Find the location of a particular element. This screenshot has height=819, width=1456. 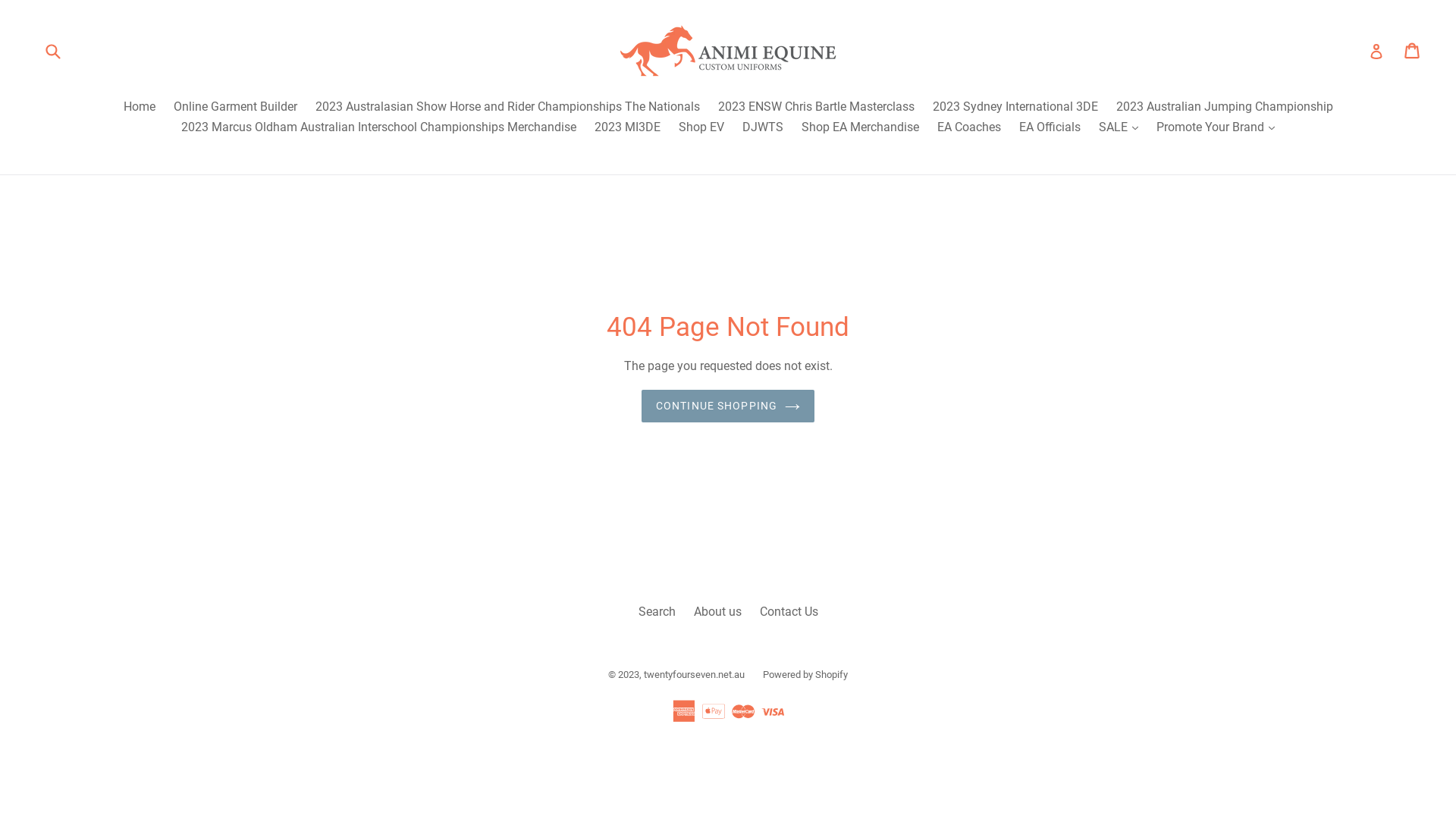

'2023 ENSW Chris Bartle Masterclass' is located at coordinates (709, 107).